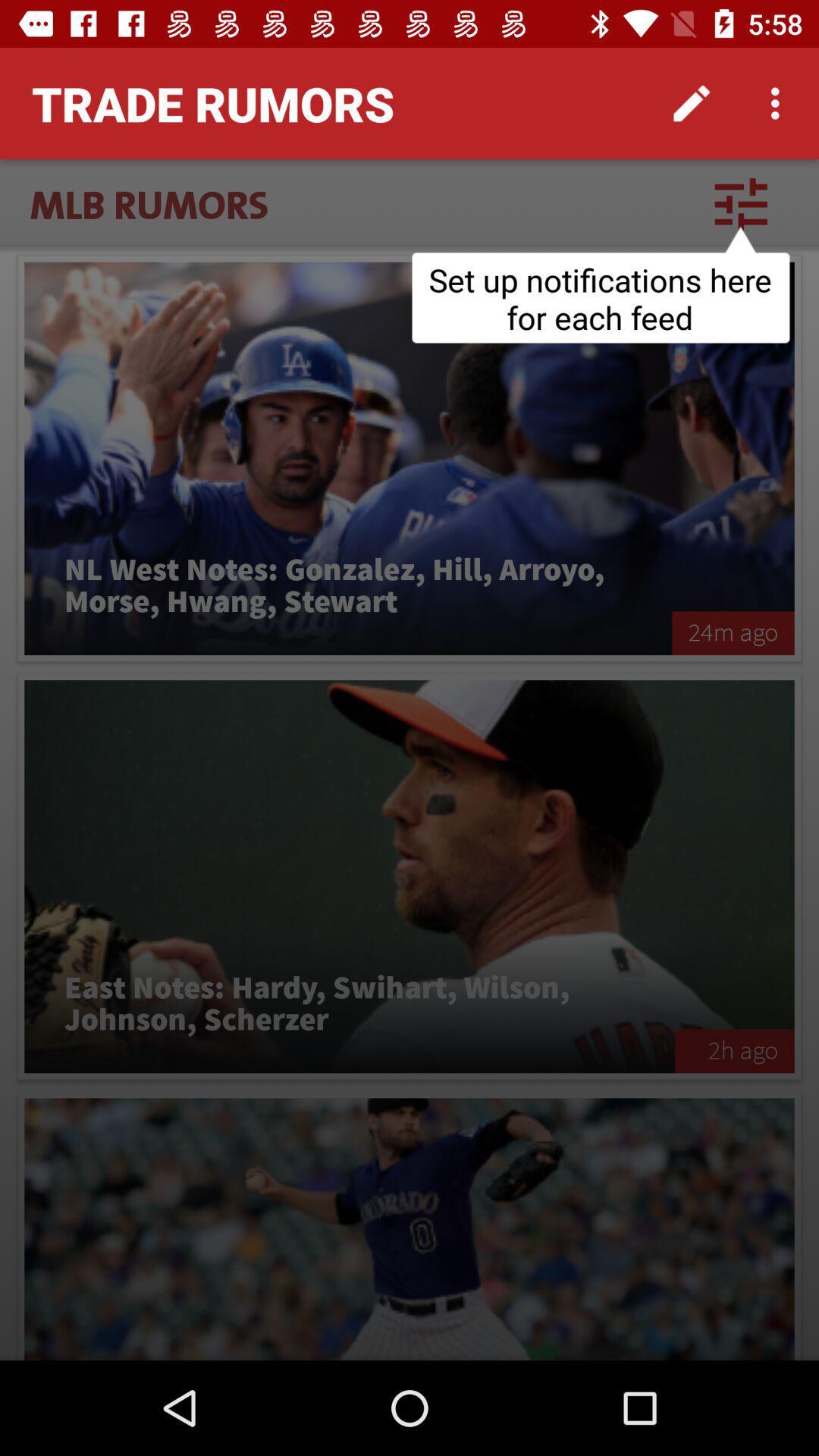 This screenshot has height=1456, width=819. What do you see at coordinates (740, 203) in the screenshot?
I see `the sliders icon` at bounding box center [740, 203].